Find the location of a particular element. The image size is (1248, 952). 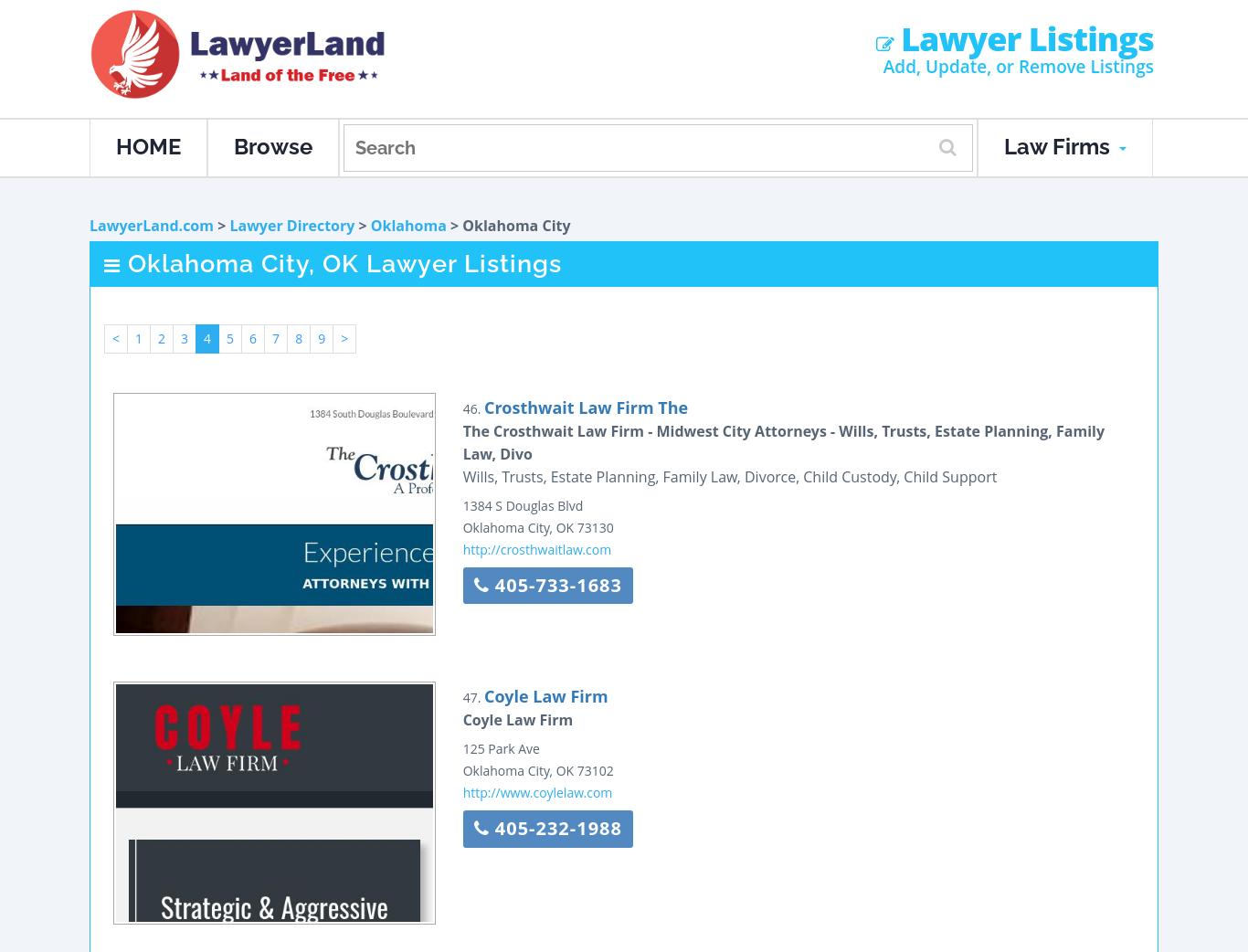

'Add, Update, or Remove Listings' is located at coordinates (1017, 66).